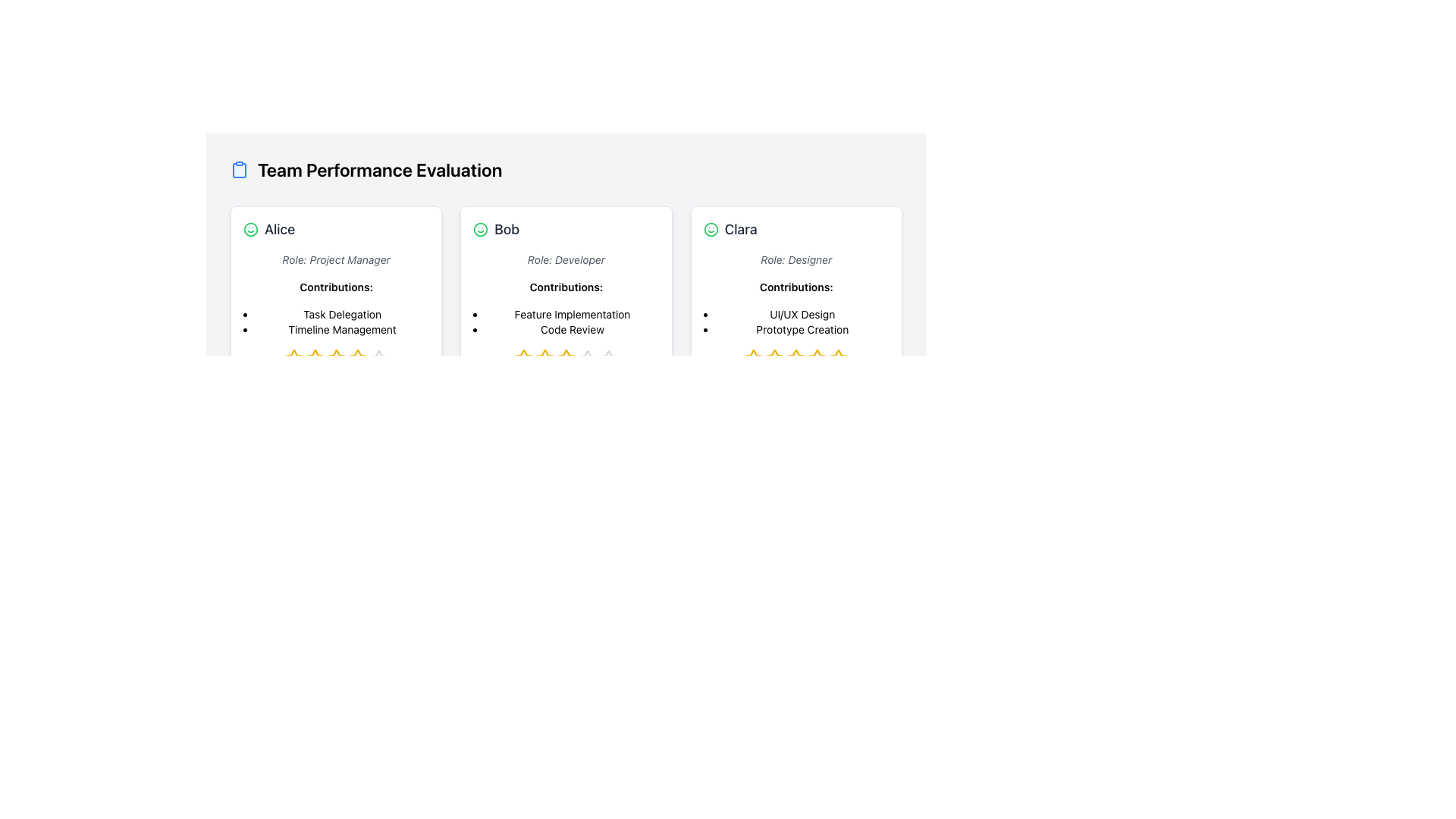 This screenshot has height=819, width=1456. Describe the element at coordinates (566, 359) in the screenshot. I see `the rating component displaying 3 out of 5 stars for user 'Bob'` at that location.